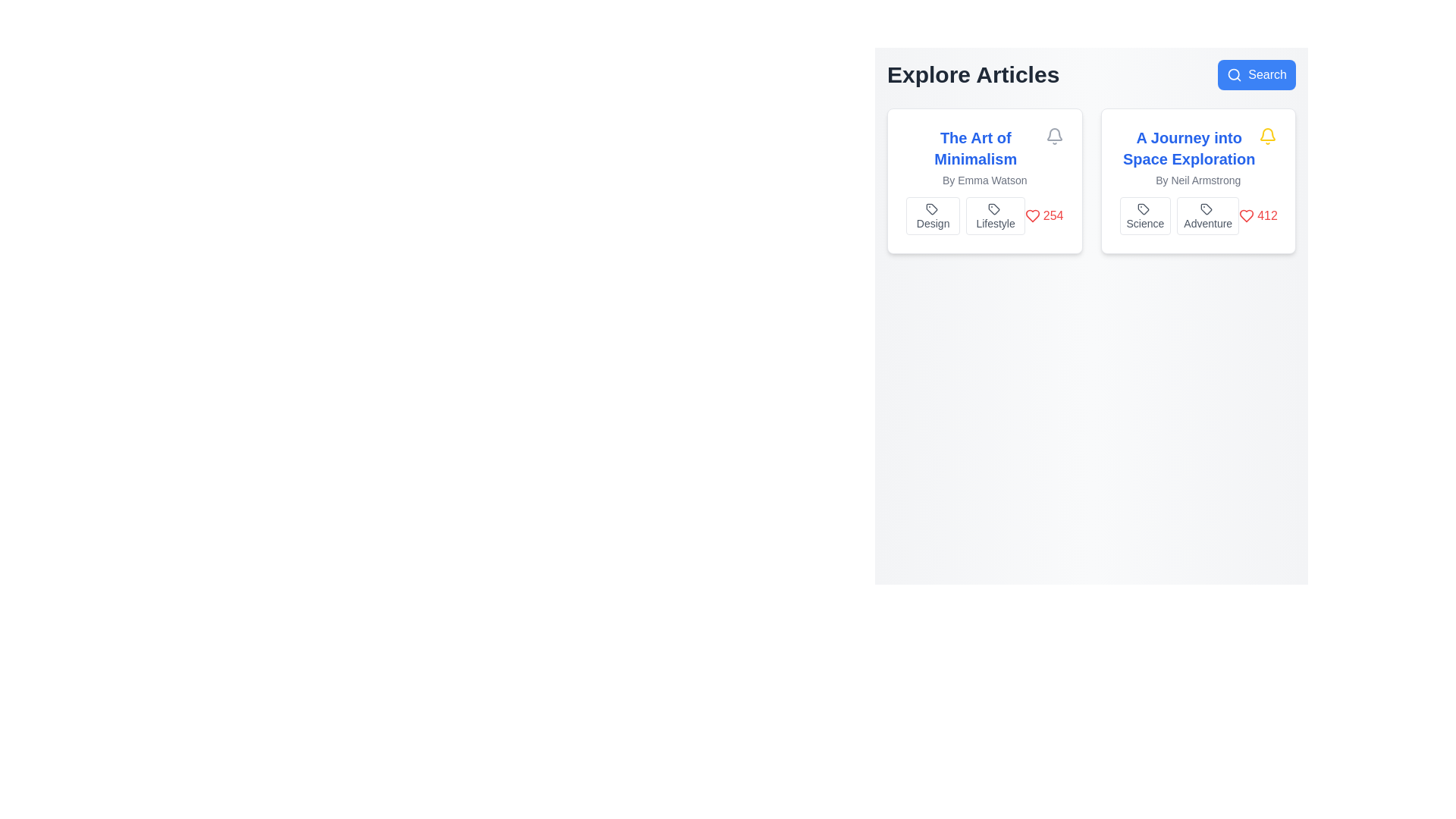 The image size is (1456, 819). Describe the element at coordinates (973, 75) in the screenshot. I see `heading text element 'Explore Articles' styled in large, bold font located at the top-left of the content area` at that location.